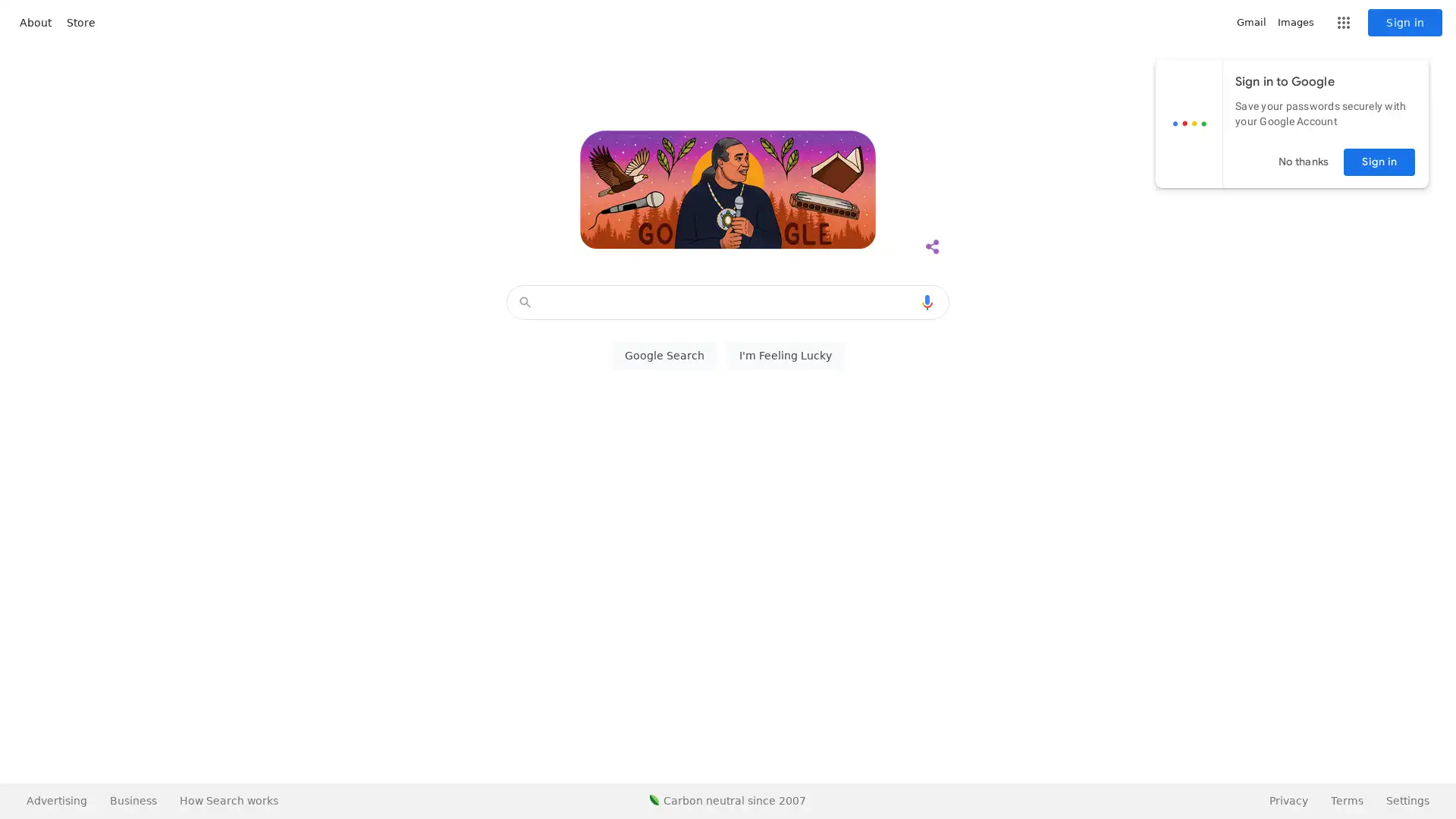 This screenshot has height=819, width=1456. What do you see at coordinates (927, 302) in the screenshot?
I see `Search by voice` at bounding box center [927, 302].